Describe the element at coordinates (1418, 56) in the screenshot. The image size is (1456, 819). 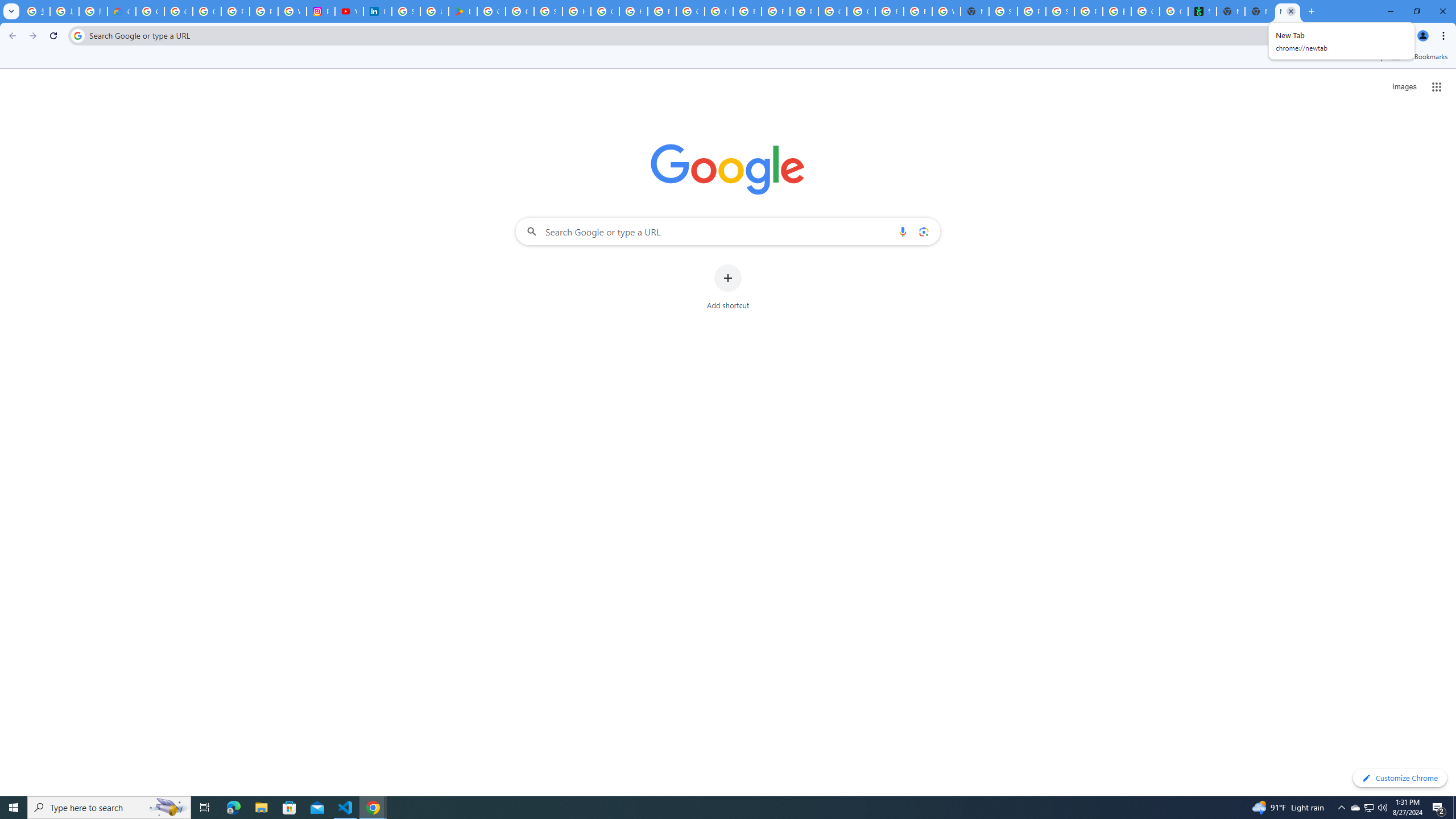
I see `'All Bookmarks'` at that location.